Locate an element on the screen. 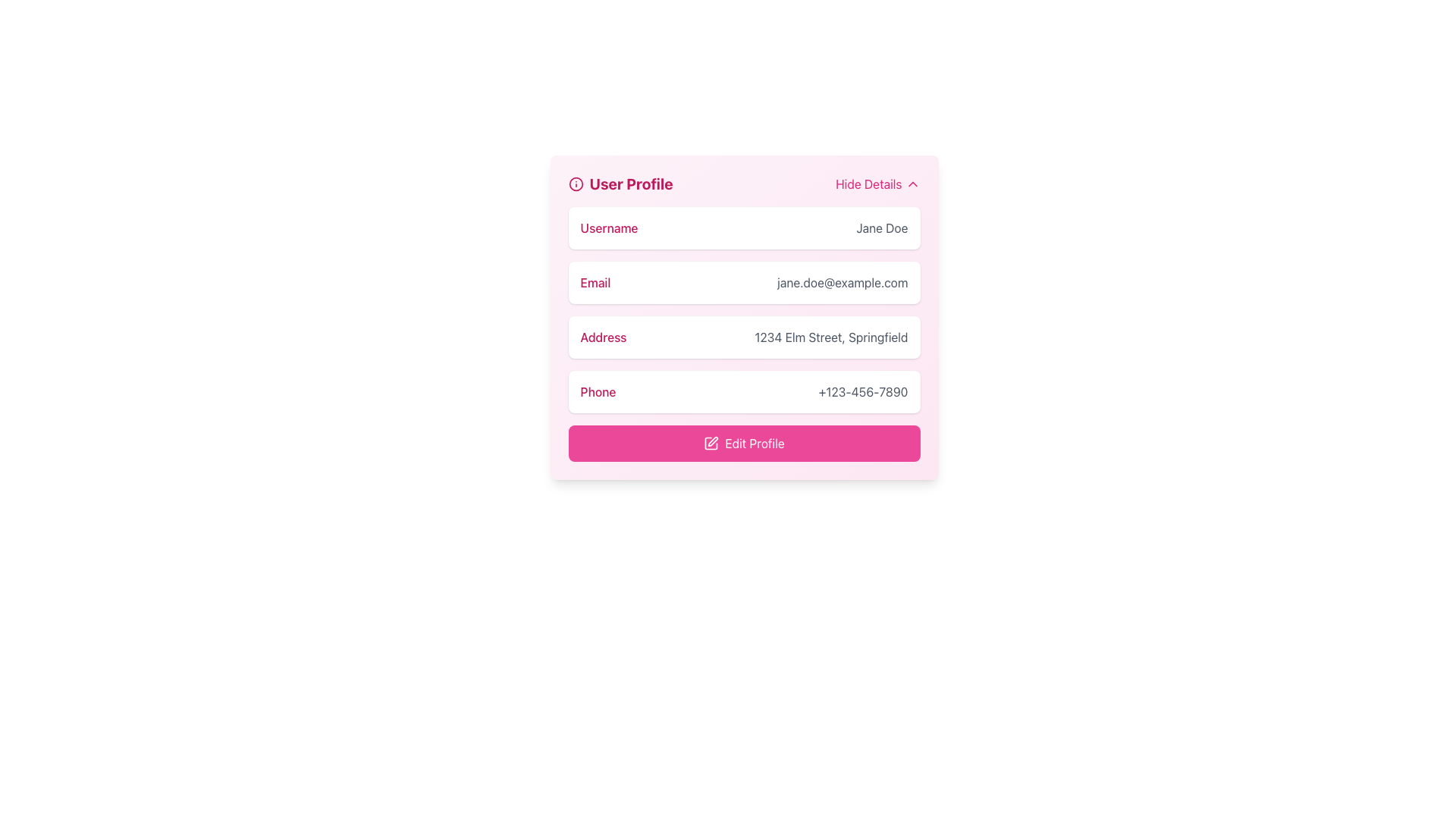 Image resolution: width=1456 pixels, height=819 pixels. the toggle button in the top-right corner of the 'User Profile' header section to activate interactivity effects is located at coordinates (877, 184).